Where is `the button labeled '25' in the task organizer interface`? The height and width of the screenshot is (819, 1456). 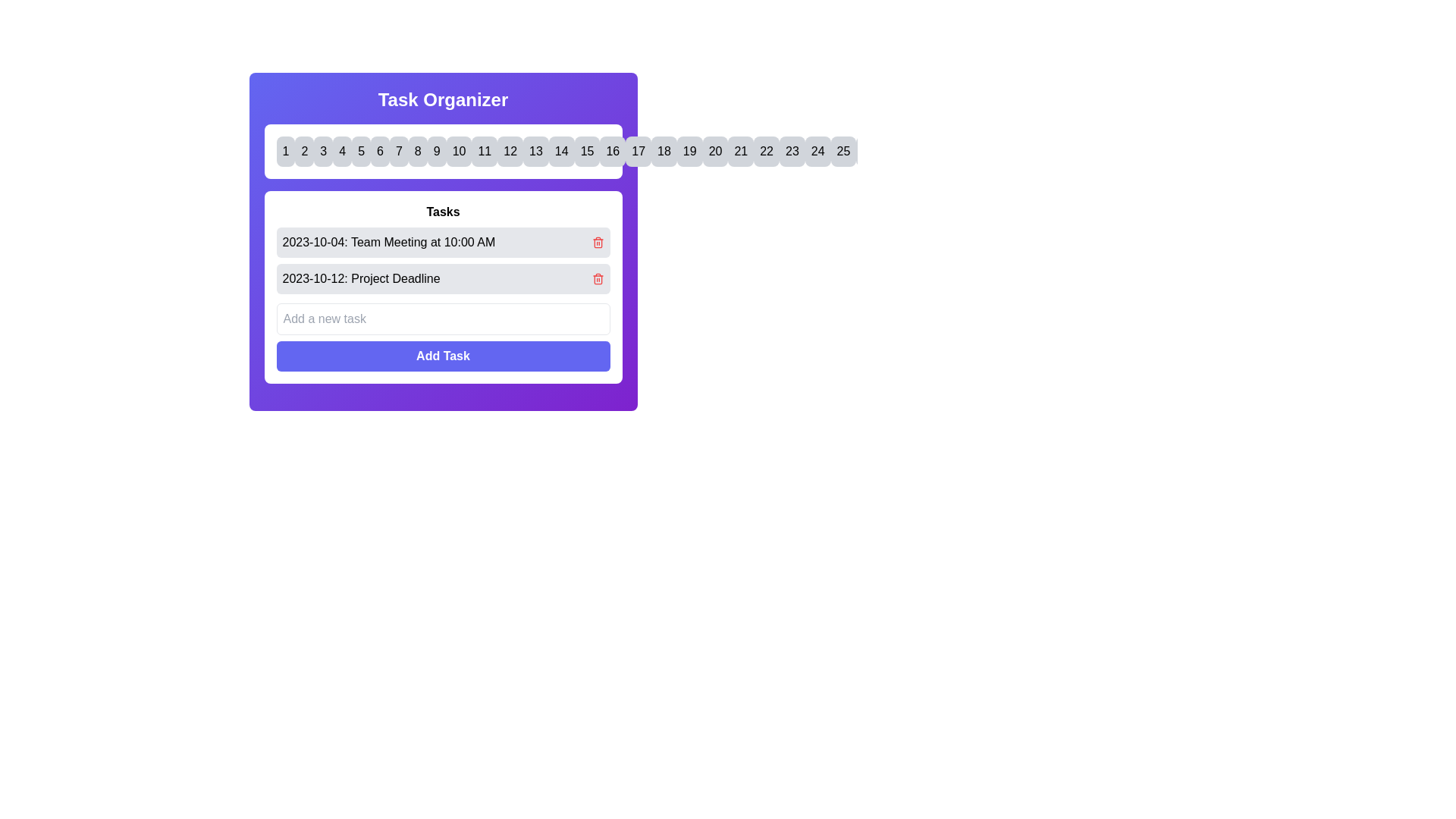
the button labeled '25' in the task organizer interface is located at coordinates (843, 152).